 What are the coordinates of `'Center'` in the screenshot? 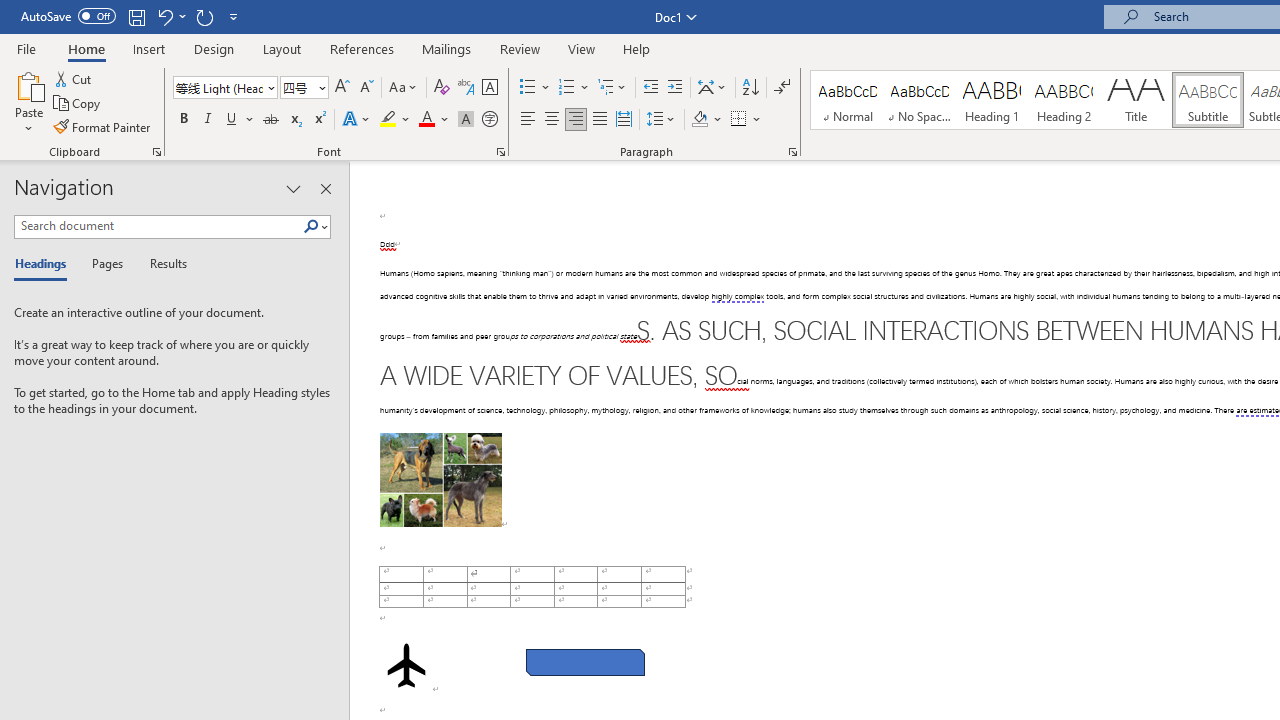 It's located at (552, 119).